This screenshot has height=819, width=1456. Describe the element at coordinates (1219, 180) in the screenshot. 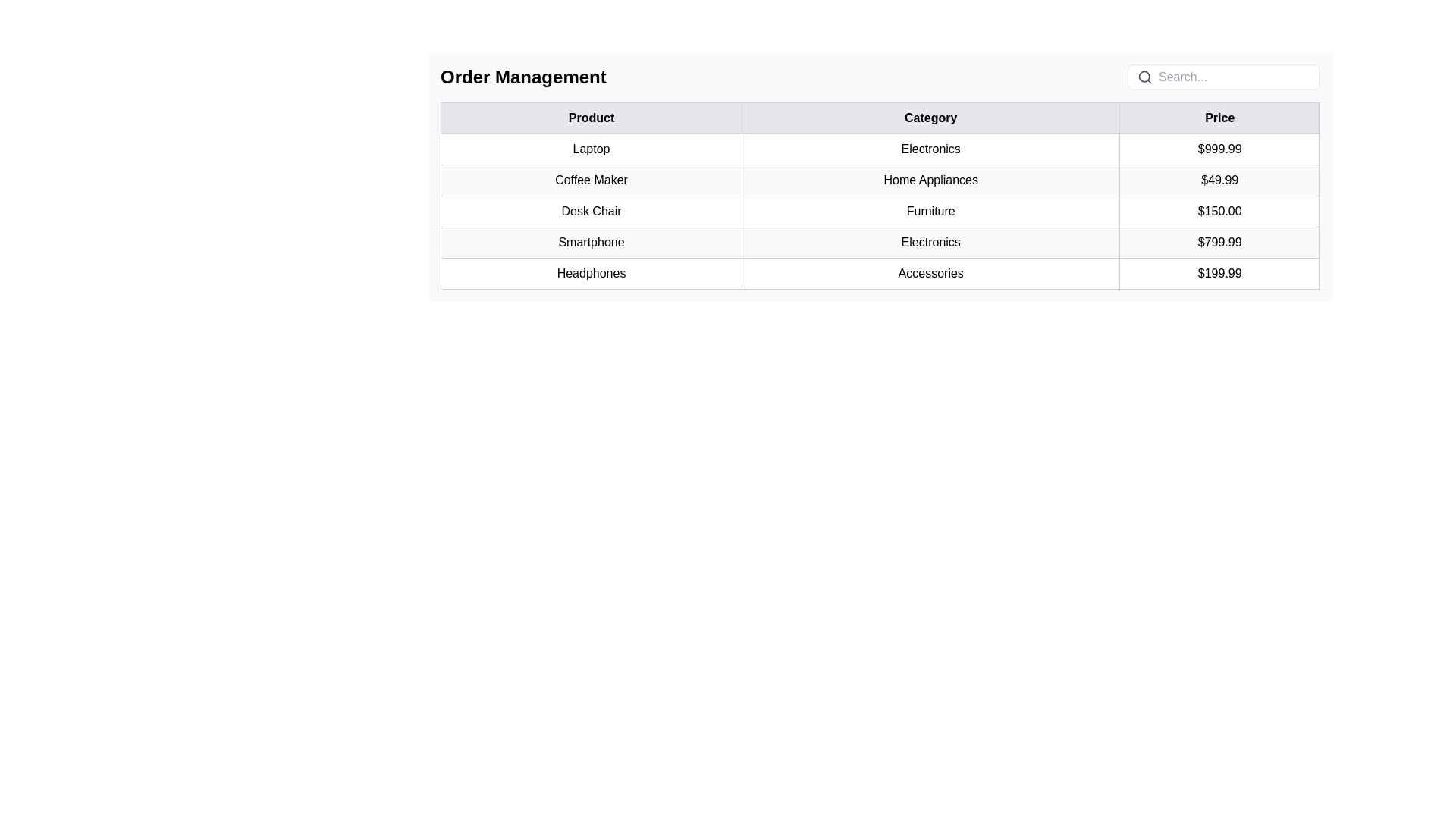

I see `the static text displaying the price of the 'Coffee Maker' in the 'Price' column of the table` at that location.